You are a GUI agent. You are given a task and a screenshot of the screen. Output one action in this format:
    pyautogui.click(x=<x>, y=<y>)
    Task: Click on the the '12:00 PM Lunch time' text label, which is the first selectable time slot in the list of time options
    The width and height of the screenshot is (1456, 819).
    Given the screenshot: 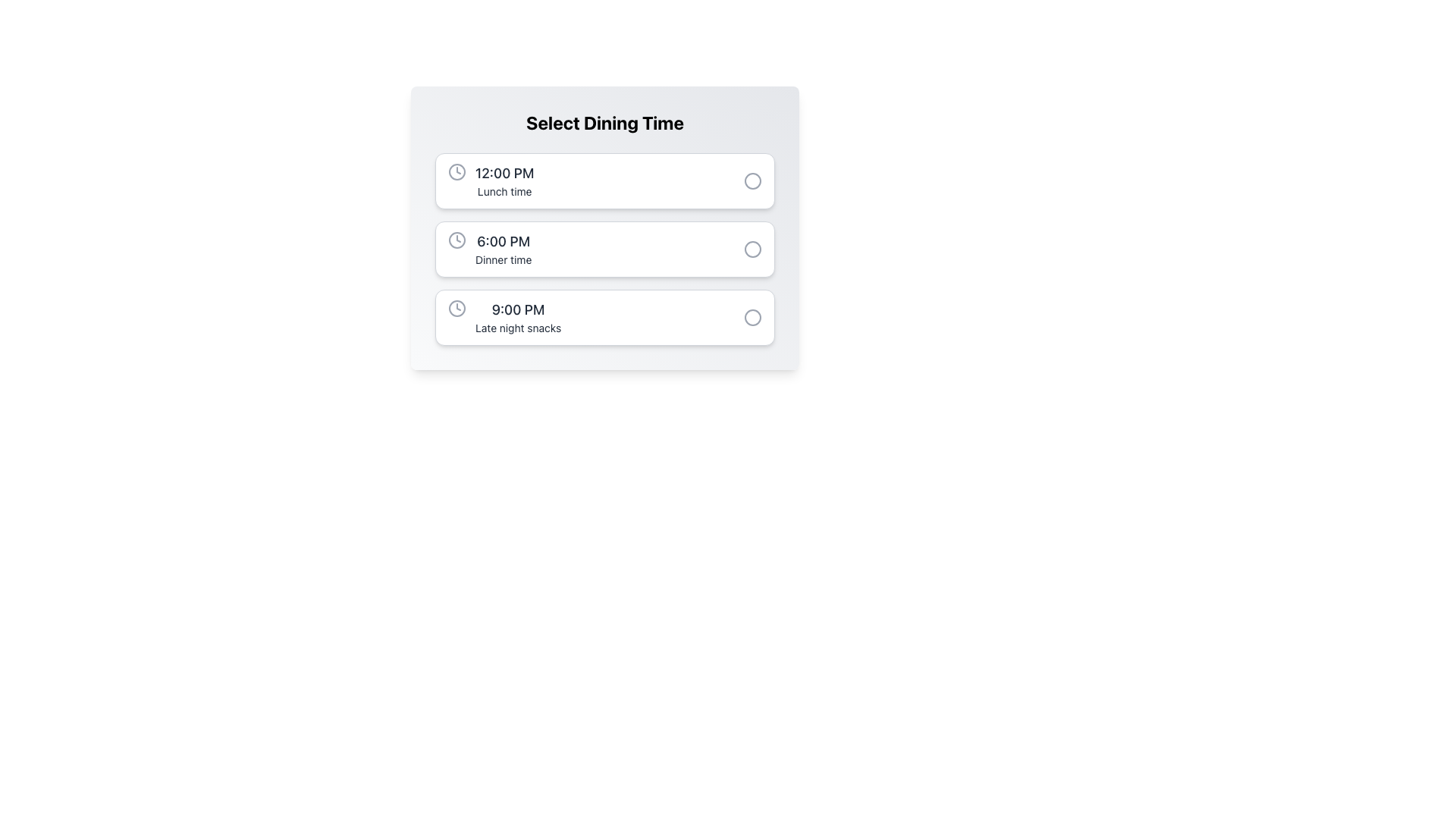 What is the action you would take?
    pyautogui.click(x=504, y=180)
    